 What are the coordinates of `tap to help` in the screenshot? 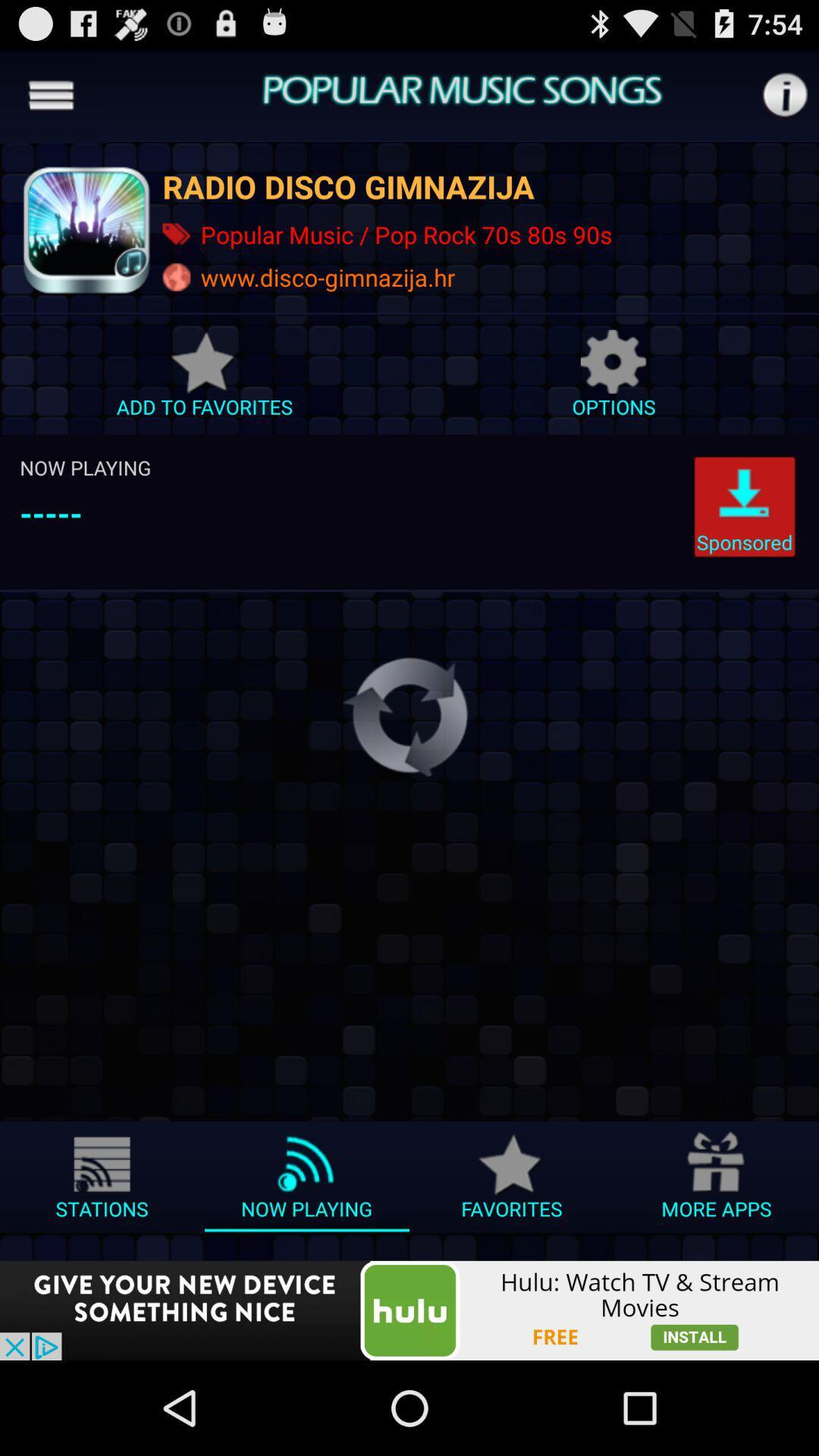 It's located at (784, 94).